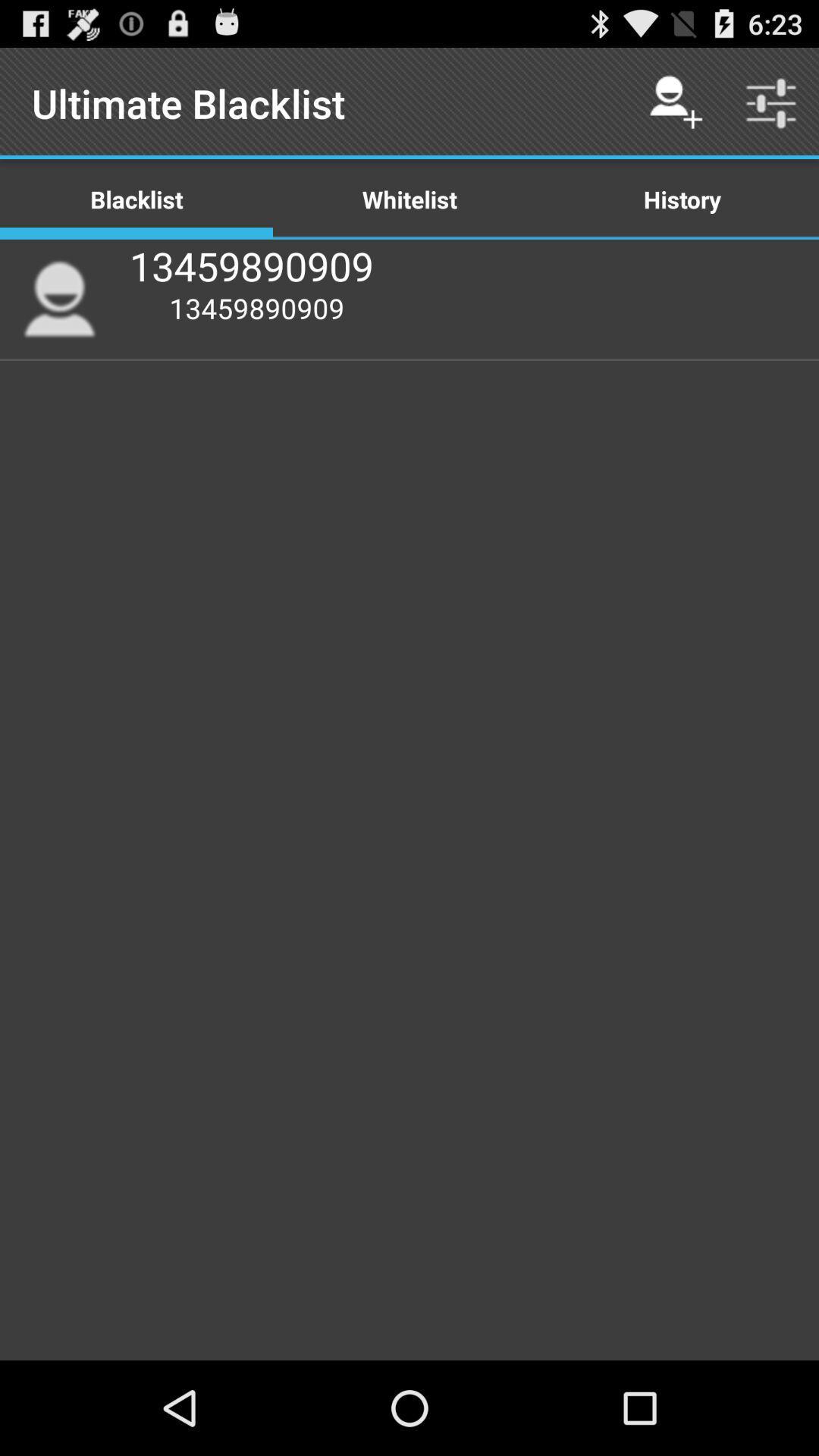 This screenshot has width=819, height=1456. What do you see at coordinates (675, 102) in the screenshot?
I see `icon above history icon` at bounding box center [675, 102].